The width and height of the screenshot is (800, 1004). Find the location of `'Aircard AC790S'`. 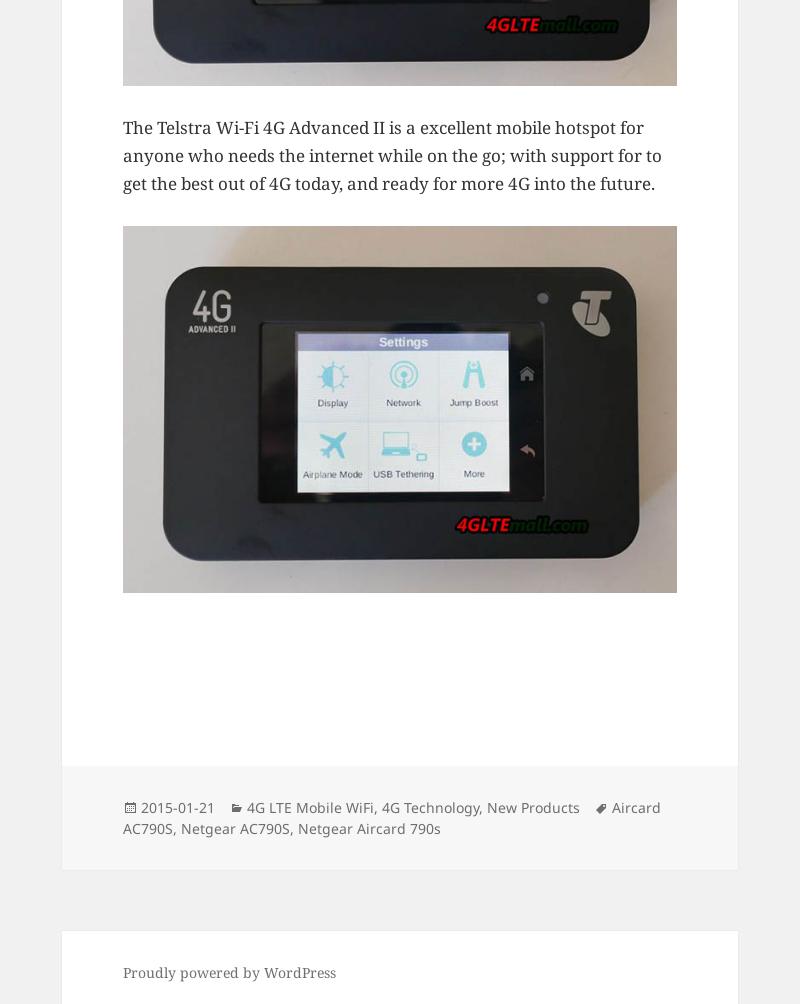

'Aircard AC790S' is located at coordinates (391, 816).